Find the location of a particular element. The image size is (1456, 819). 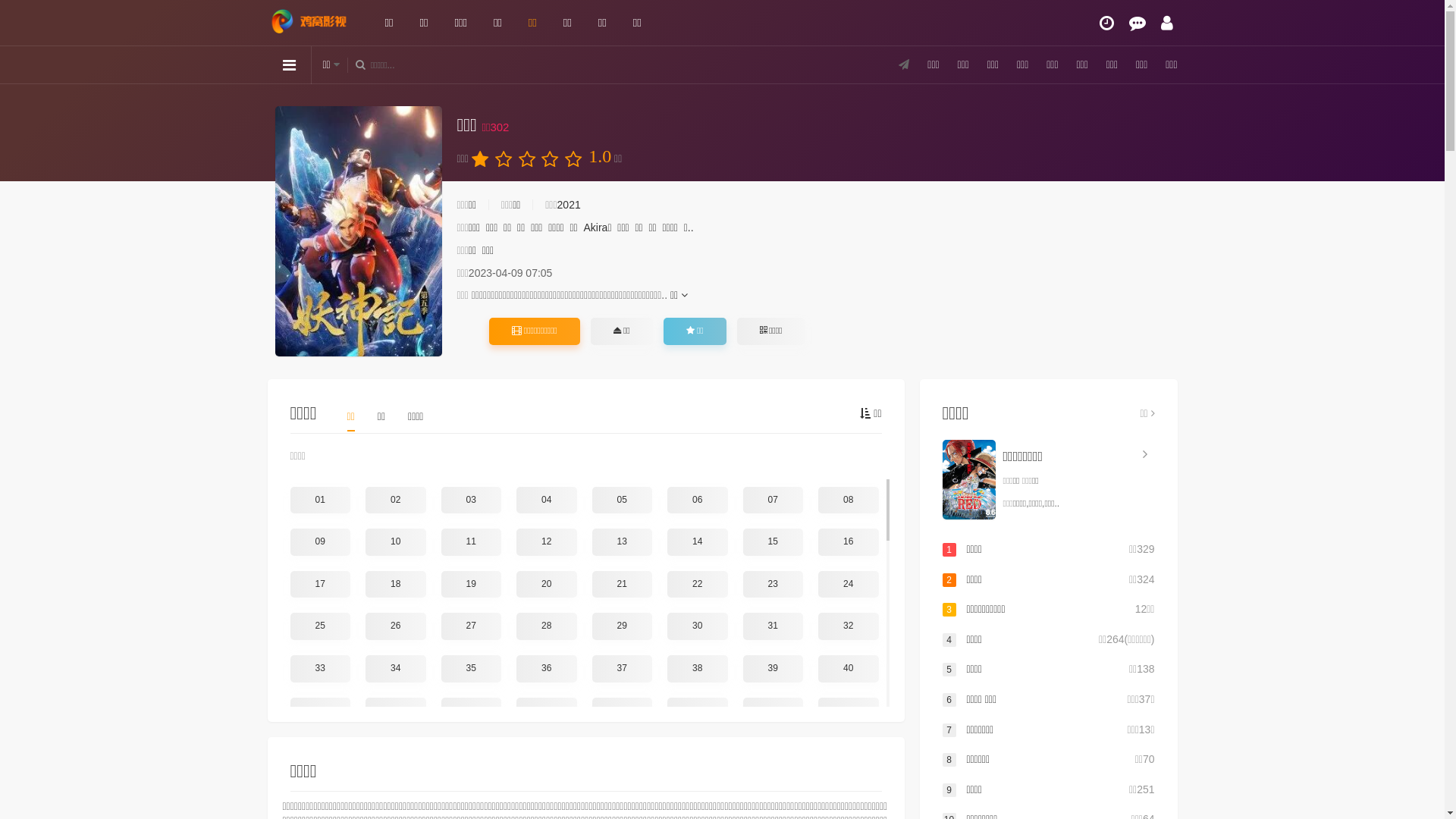

'39' is located at coordinates (742, 668).